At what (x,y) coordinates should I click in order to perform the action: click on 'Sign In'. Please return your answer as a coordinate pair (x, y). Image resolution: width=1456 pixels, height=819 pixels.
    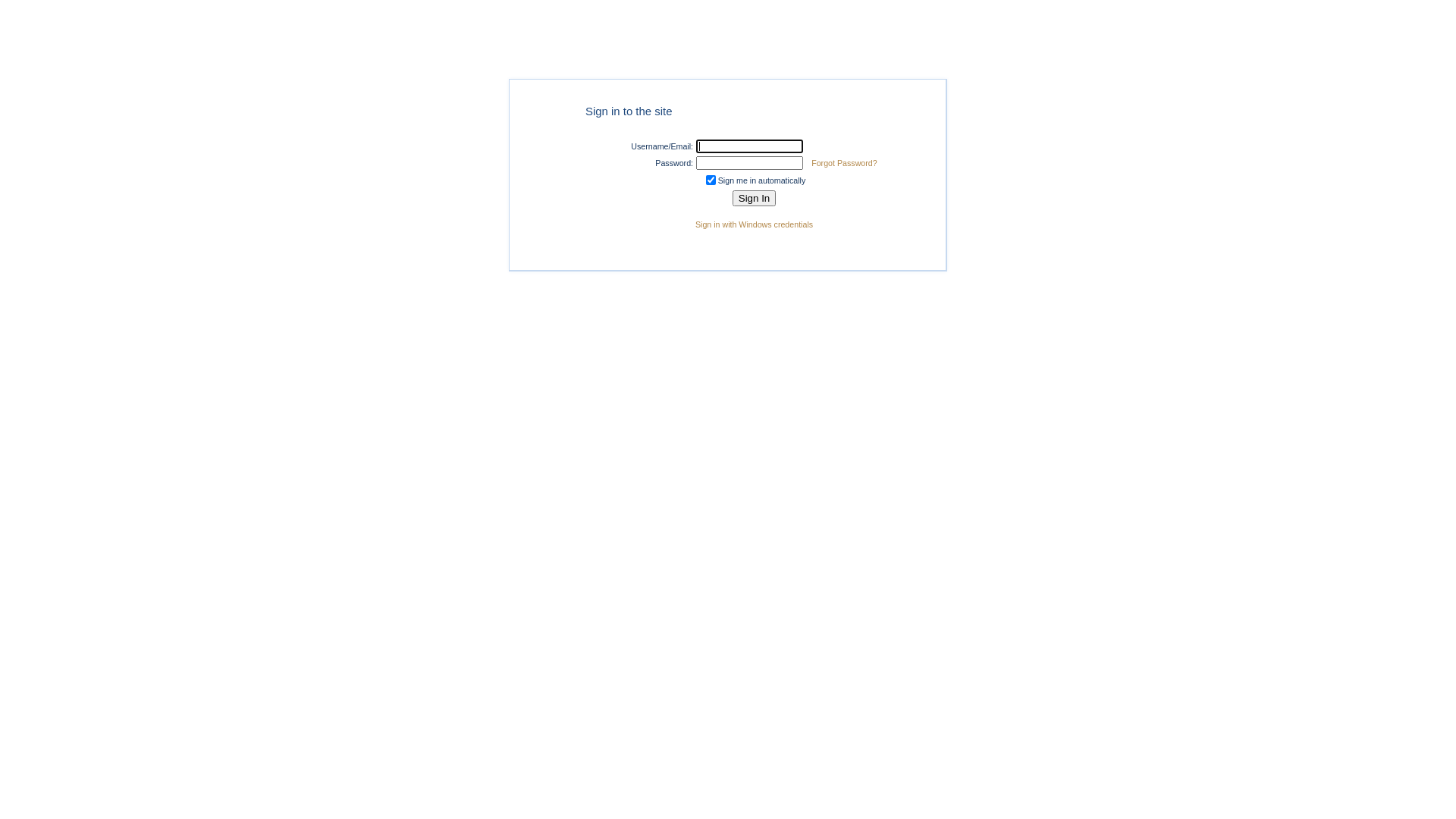
    Looking at the image, I should click on (754, 197).